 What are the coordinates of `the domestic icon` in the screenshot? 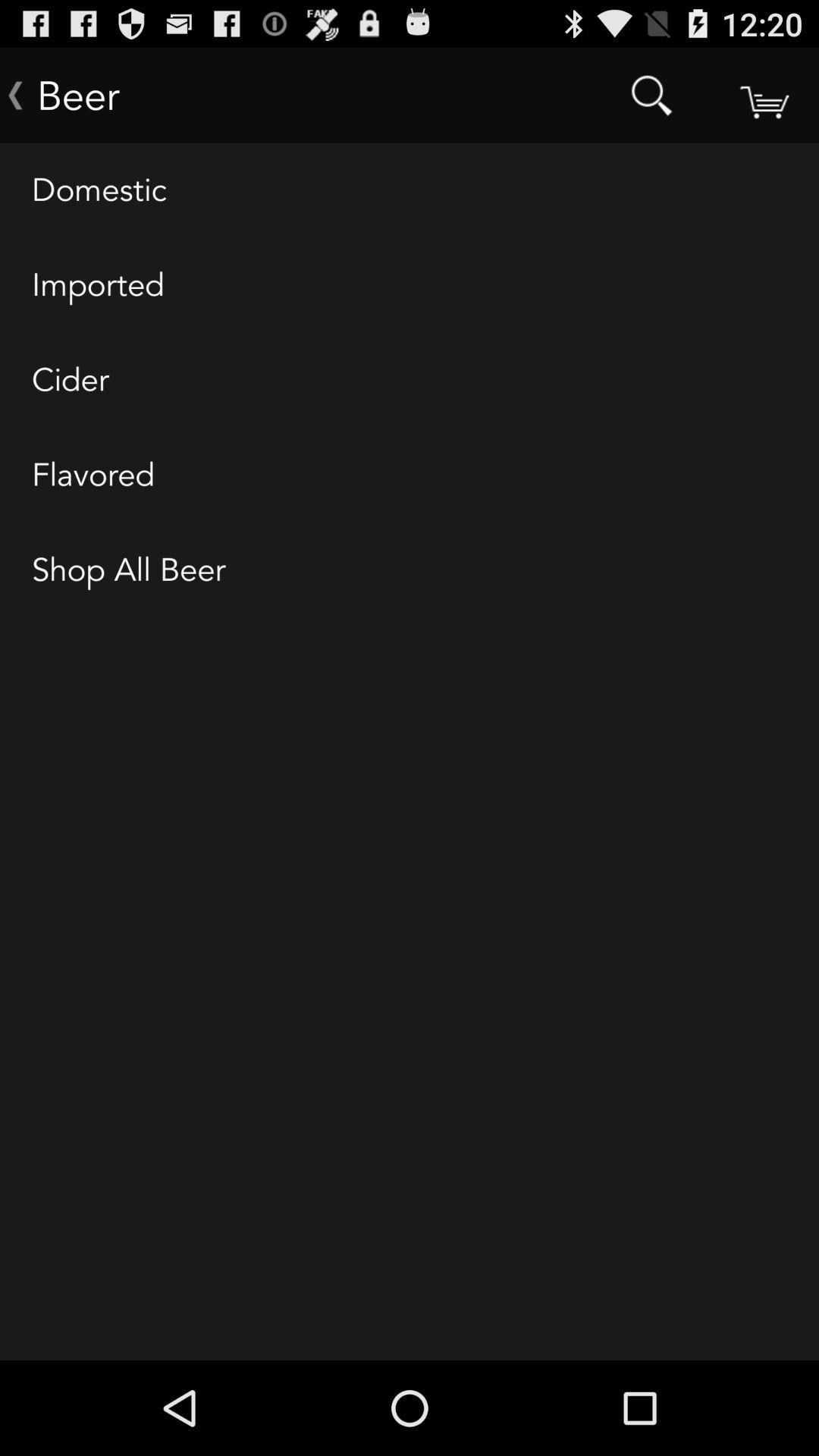 It's located at (409, 190).